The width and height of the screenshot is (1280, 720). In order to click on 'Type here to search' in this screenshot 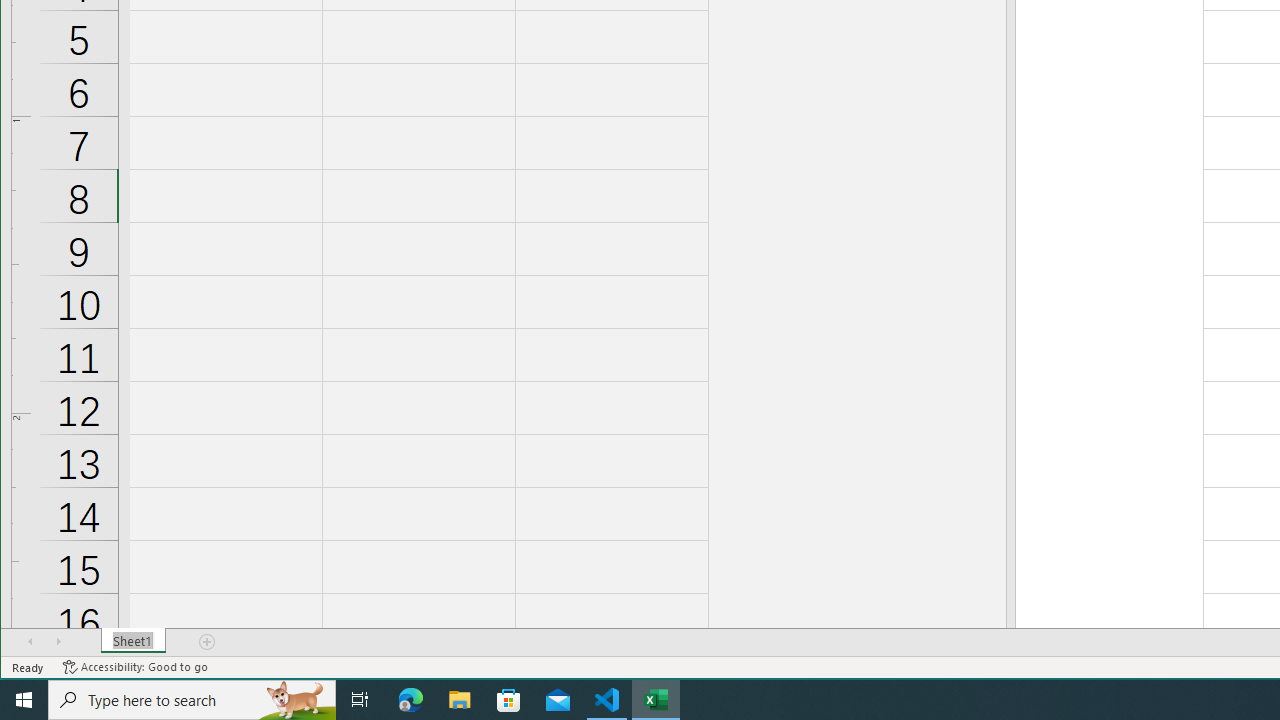, I will do `click(192, 698)`.